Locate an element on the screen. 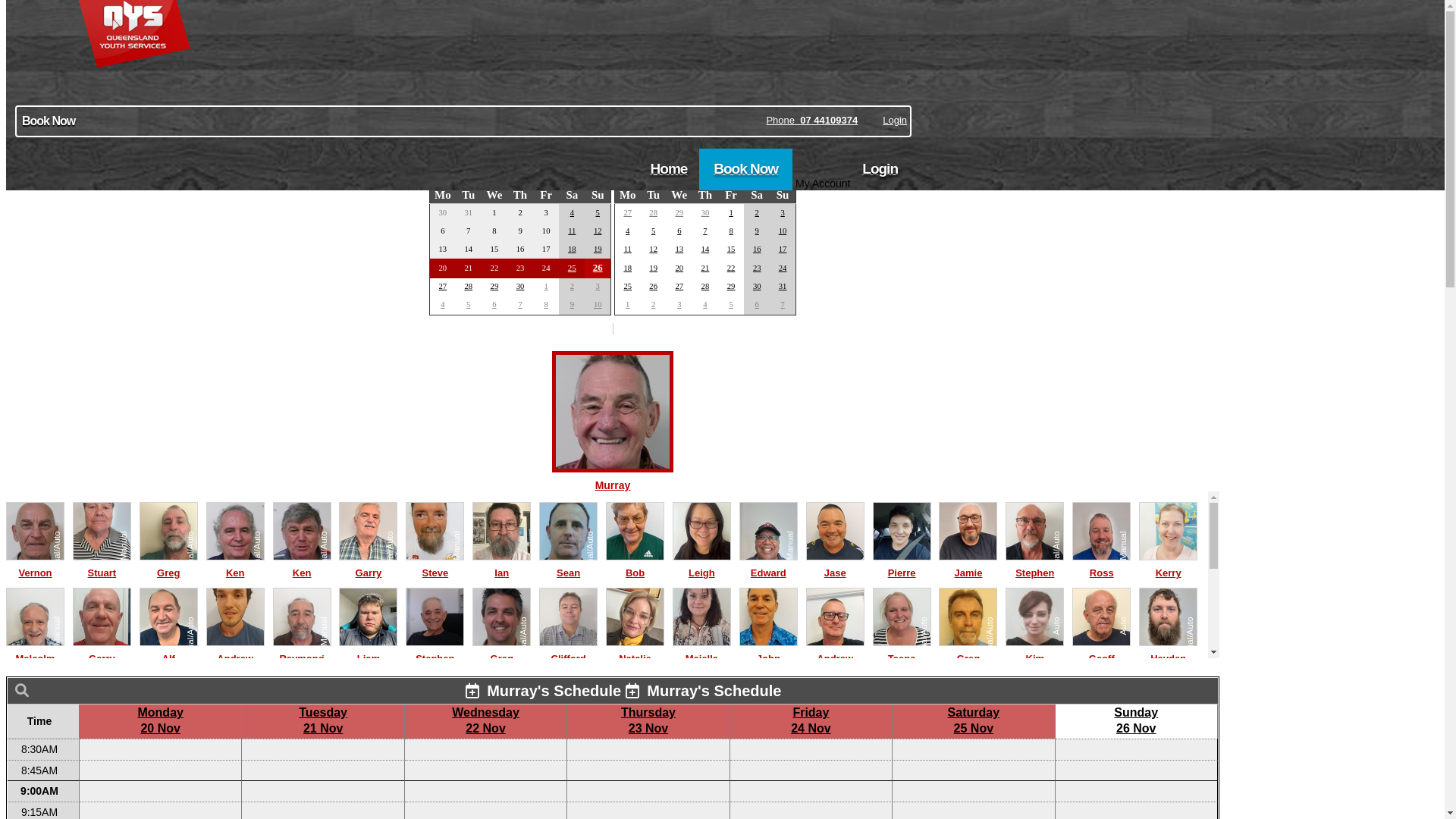 This screenshot has width=1456, height=819. '8' is located at coordinates (730, 231).